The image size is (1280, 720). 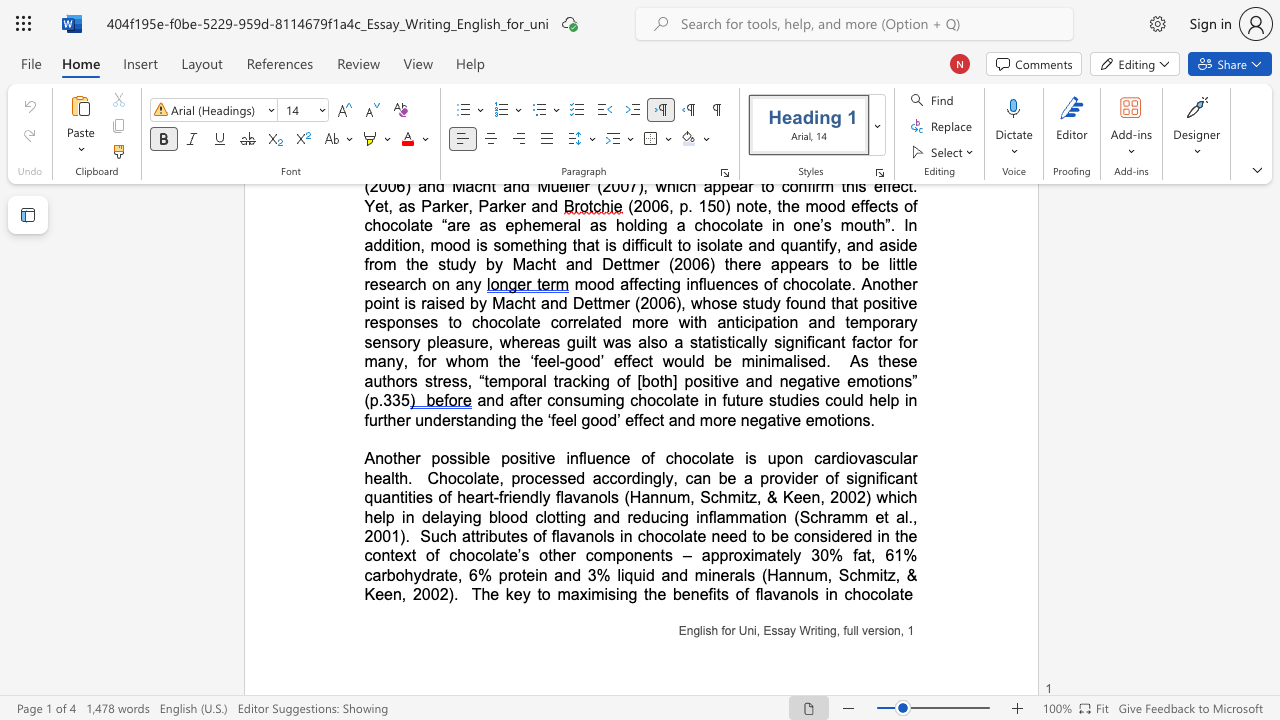 What do you see at coordinates (898, 458) in the screenshot?
I see `the subset text "lar hea" within the text "Another possible positive influence of chocolate is upon cardiovascular health"` at bounding box center [898, 458].